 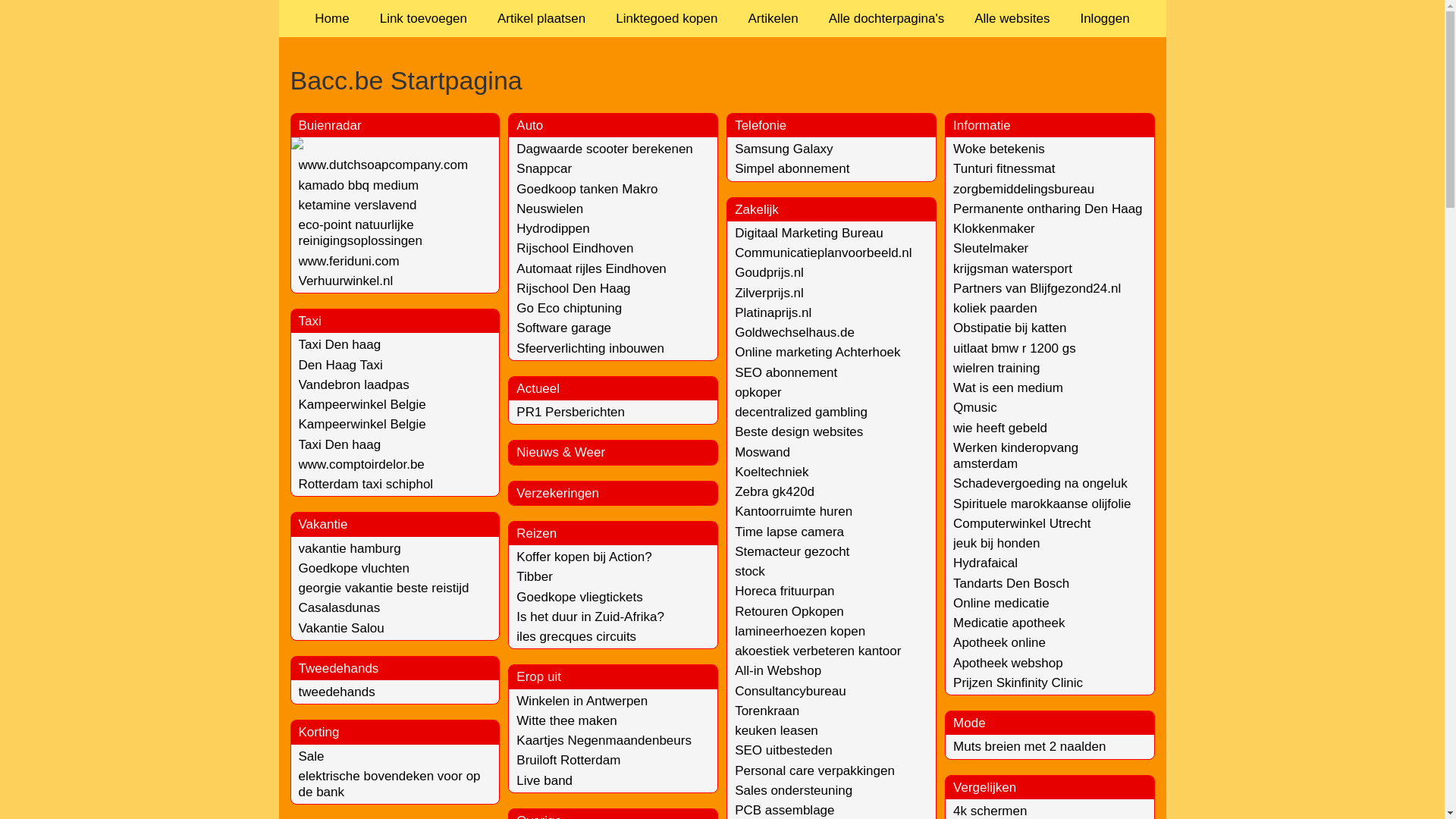 I want to click on 'Linktegoed kopen', so click(x=666, y=18).